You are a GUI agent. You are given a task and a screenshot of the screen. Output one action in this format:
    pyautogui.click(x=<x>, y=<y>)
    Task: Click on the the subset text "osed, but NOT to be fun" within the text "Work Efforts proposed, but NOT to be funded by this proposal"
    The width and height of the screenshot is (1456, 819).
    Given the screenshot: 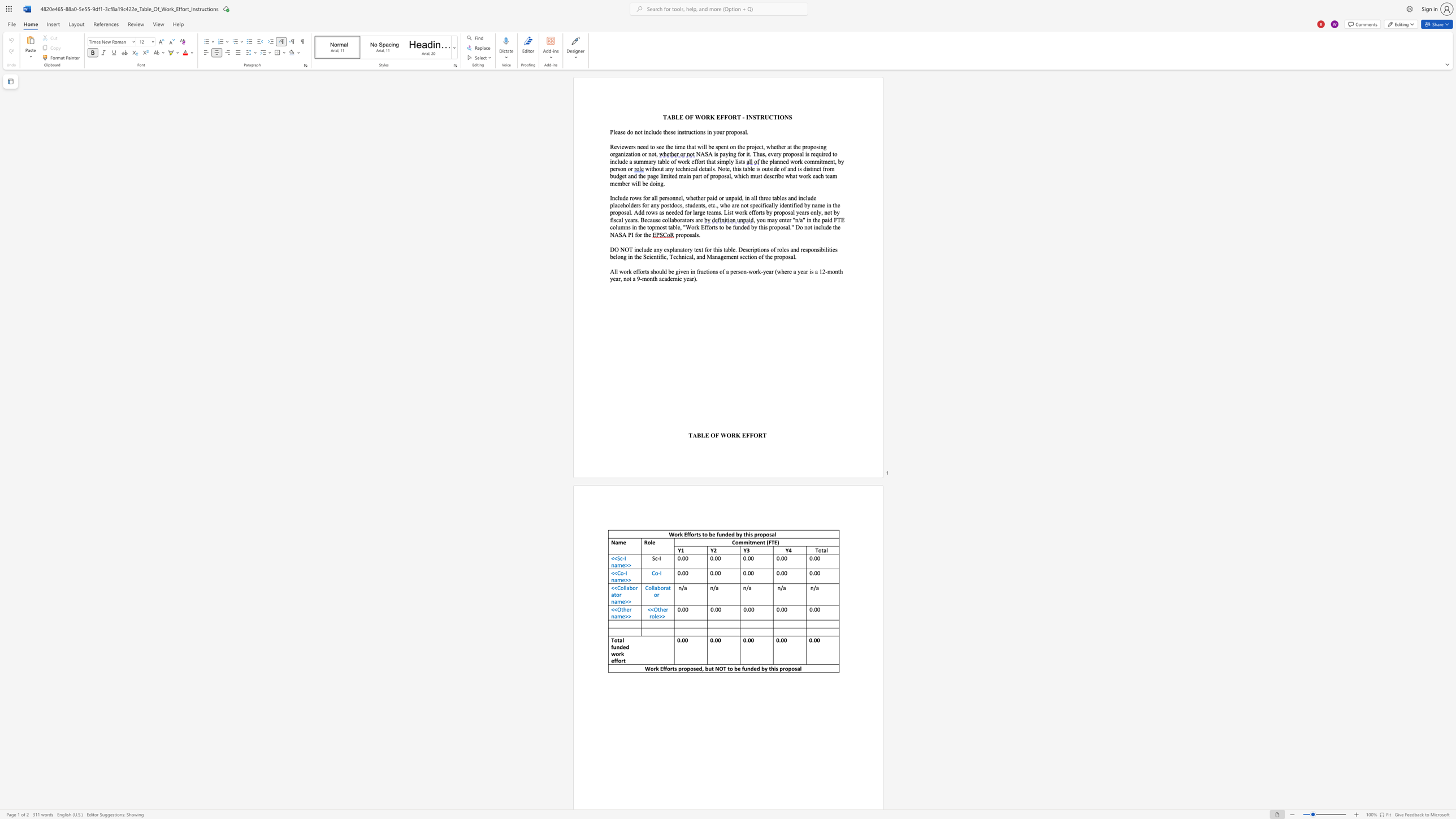 What is the action you would take?
    pyautogui.click(x=690, y=668)
    